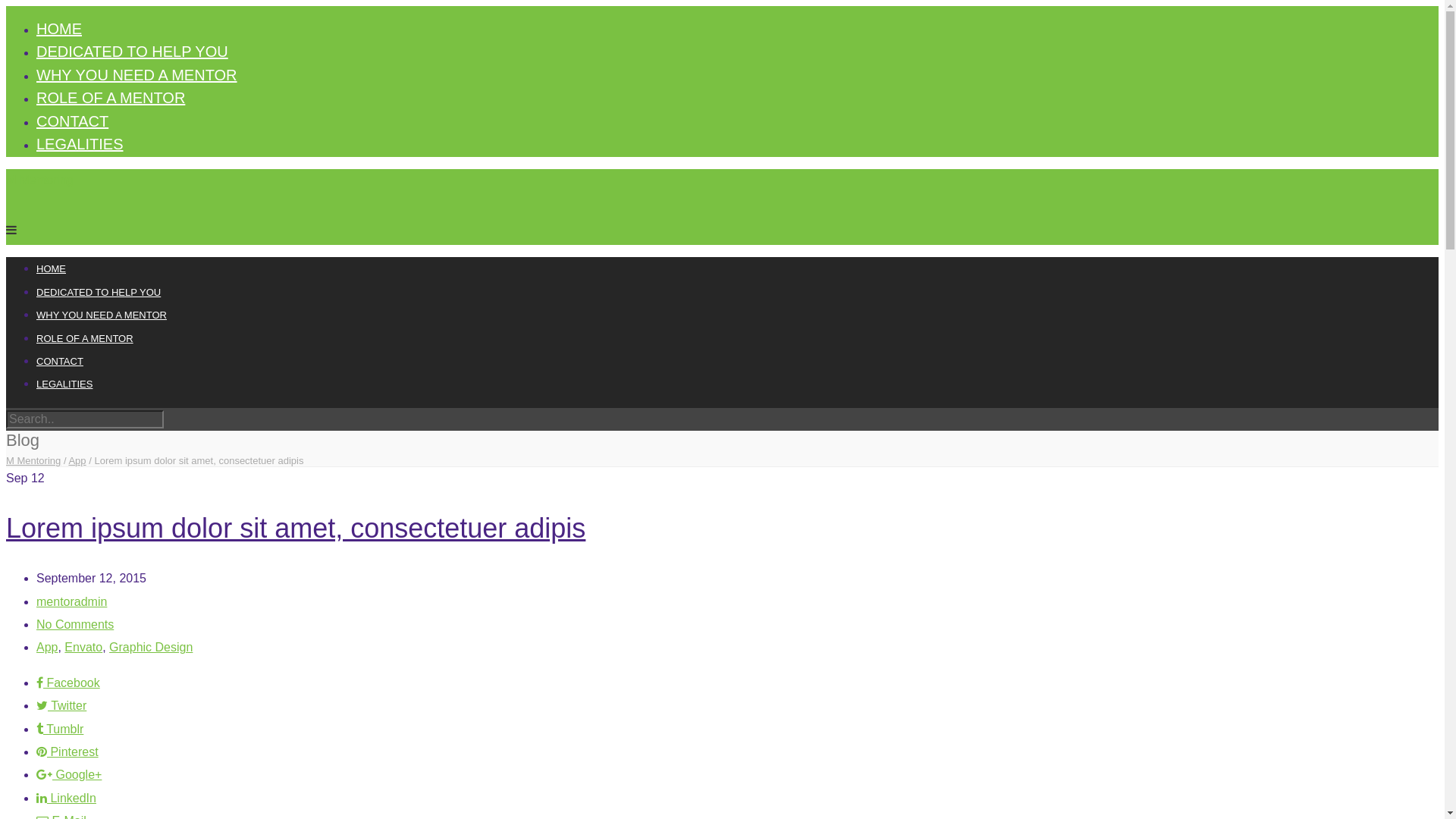  Describe the element at coordinates (136, 75) in the screenshot. I see `'WHY YOU NEED A MENTOR'` at that location.